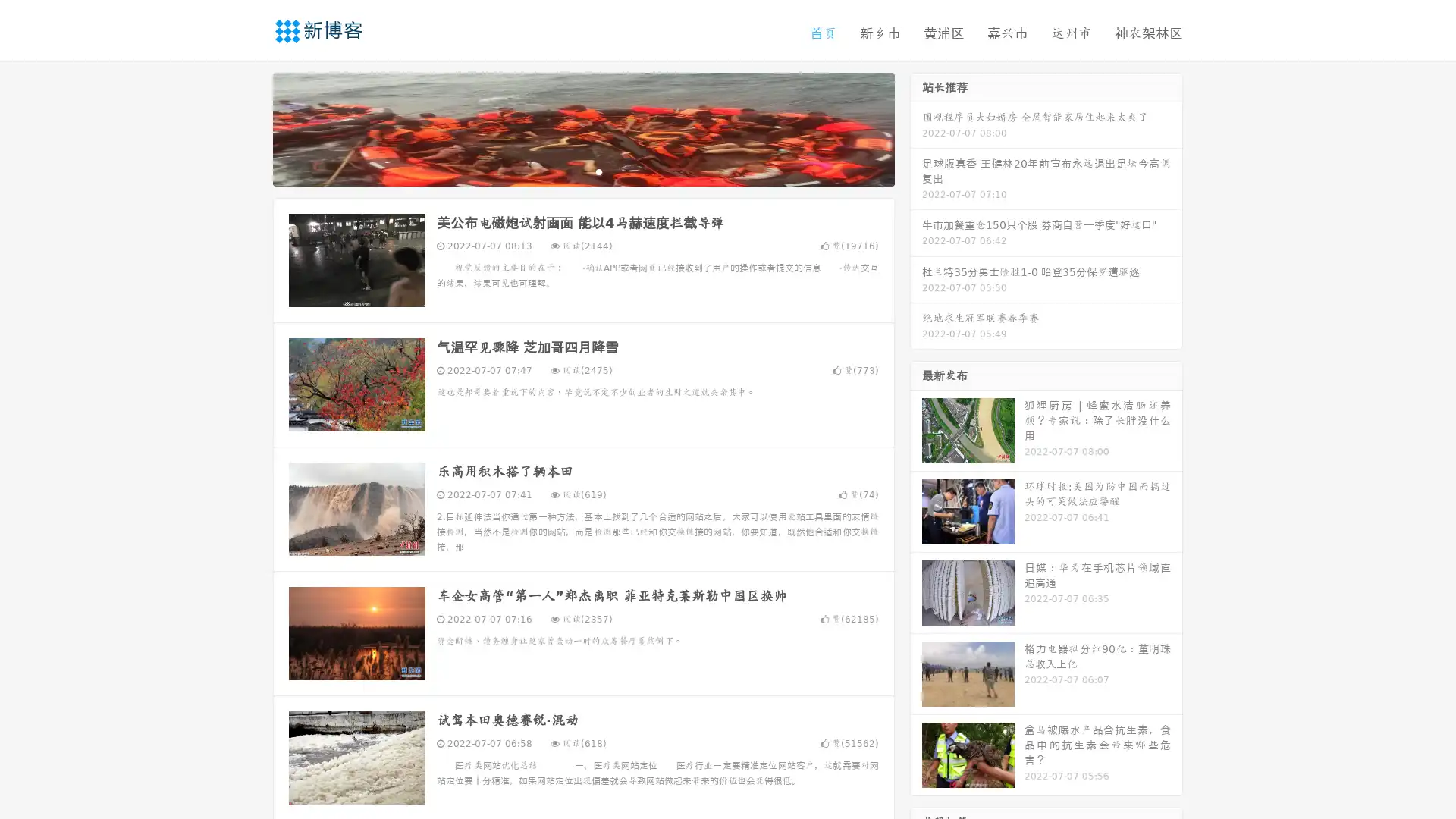  What do you see at coordinates (582, 171) in the screenshot?
I see `Go to slide 2` at bounding box center [582, 171].